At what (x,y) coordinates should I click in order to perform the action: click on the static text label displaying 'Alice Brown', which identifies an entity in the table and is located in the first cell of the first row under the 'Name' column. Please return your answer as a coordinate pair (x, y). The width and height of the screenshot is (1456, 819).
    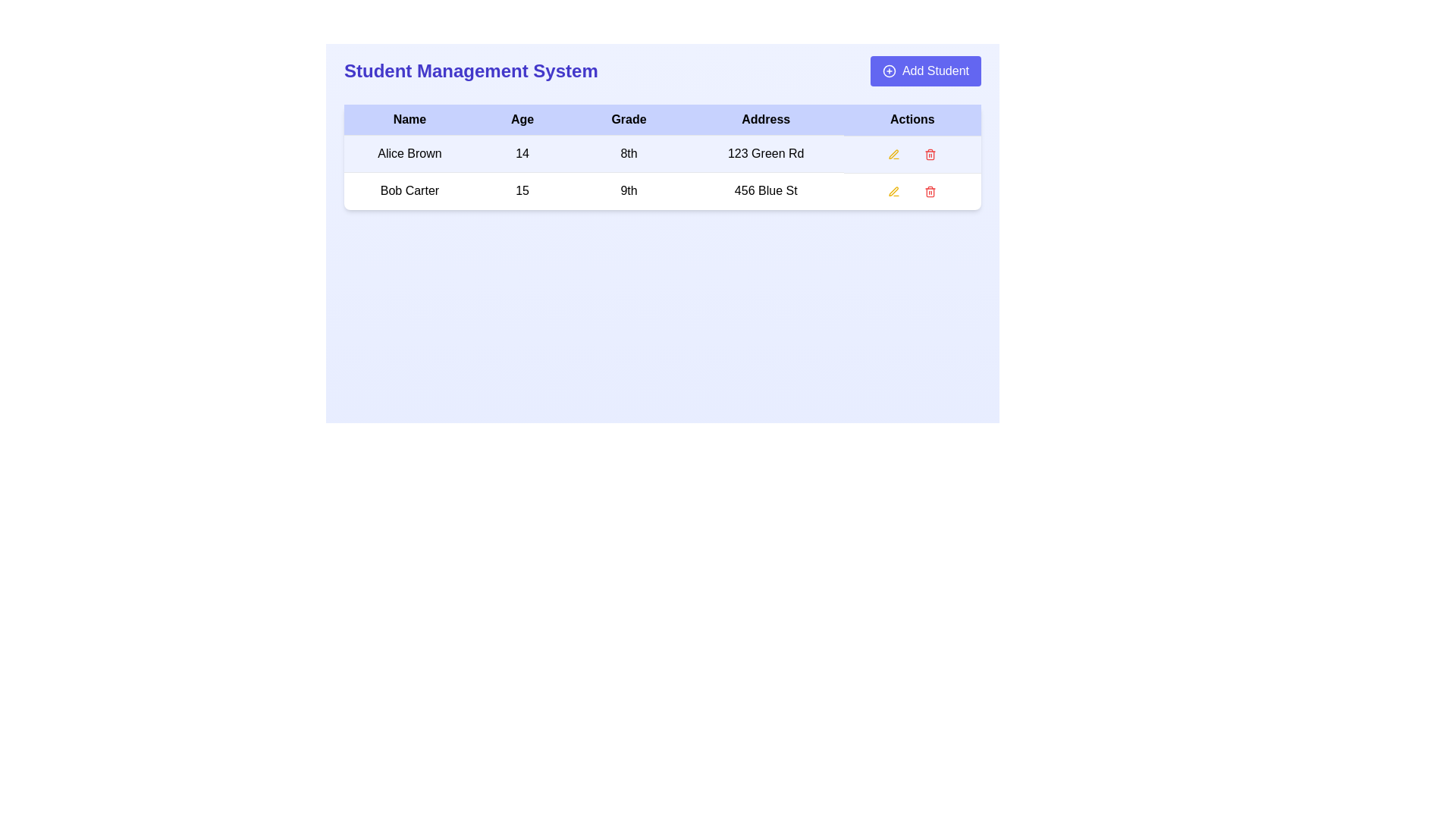
    Looking at the image, I should click on (409, 154).